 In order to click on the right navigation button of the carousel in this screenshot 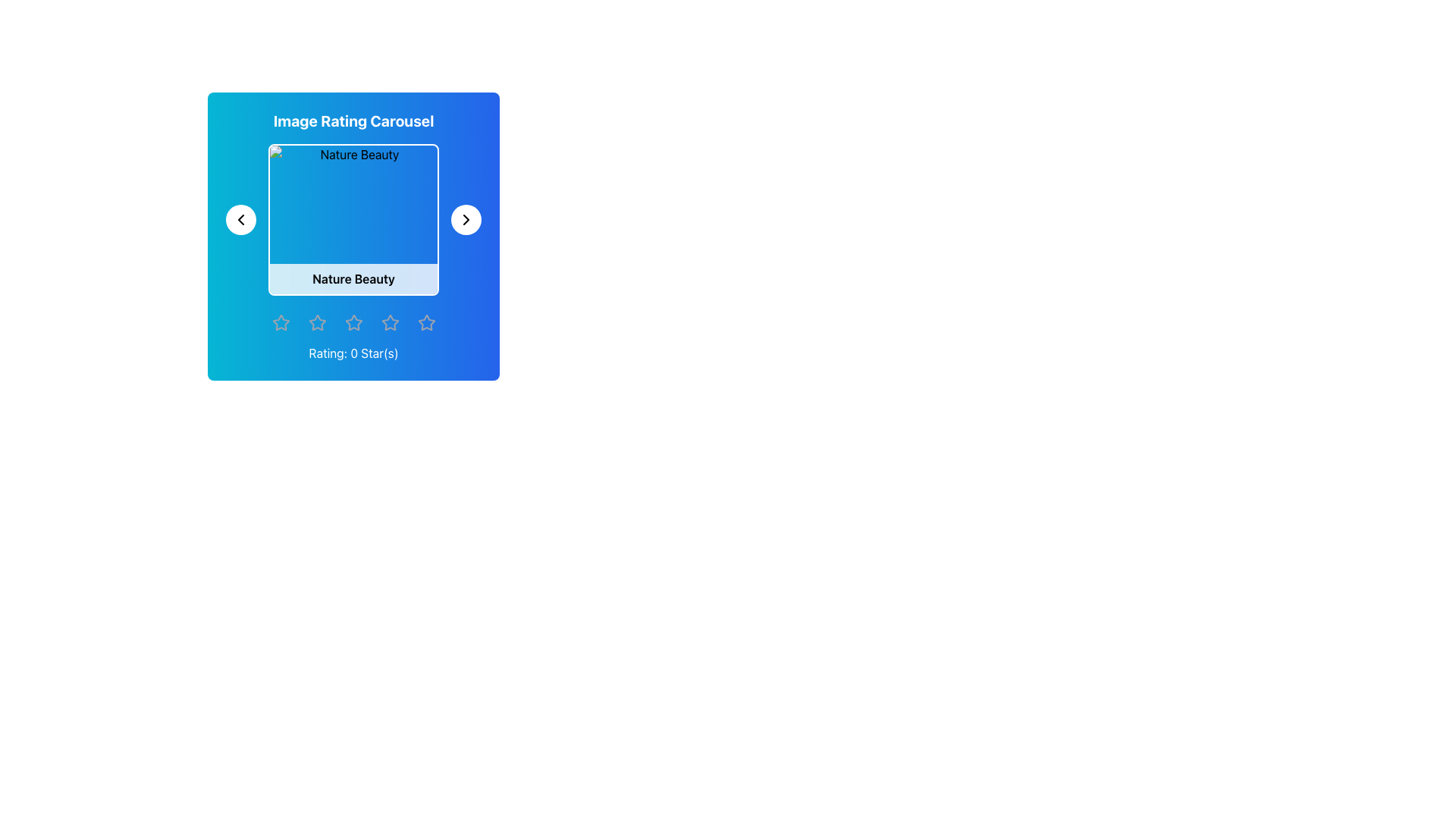, I will do `click(465, 219)`.